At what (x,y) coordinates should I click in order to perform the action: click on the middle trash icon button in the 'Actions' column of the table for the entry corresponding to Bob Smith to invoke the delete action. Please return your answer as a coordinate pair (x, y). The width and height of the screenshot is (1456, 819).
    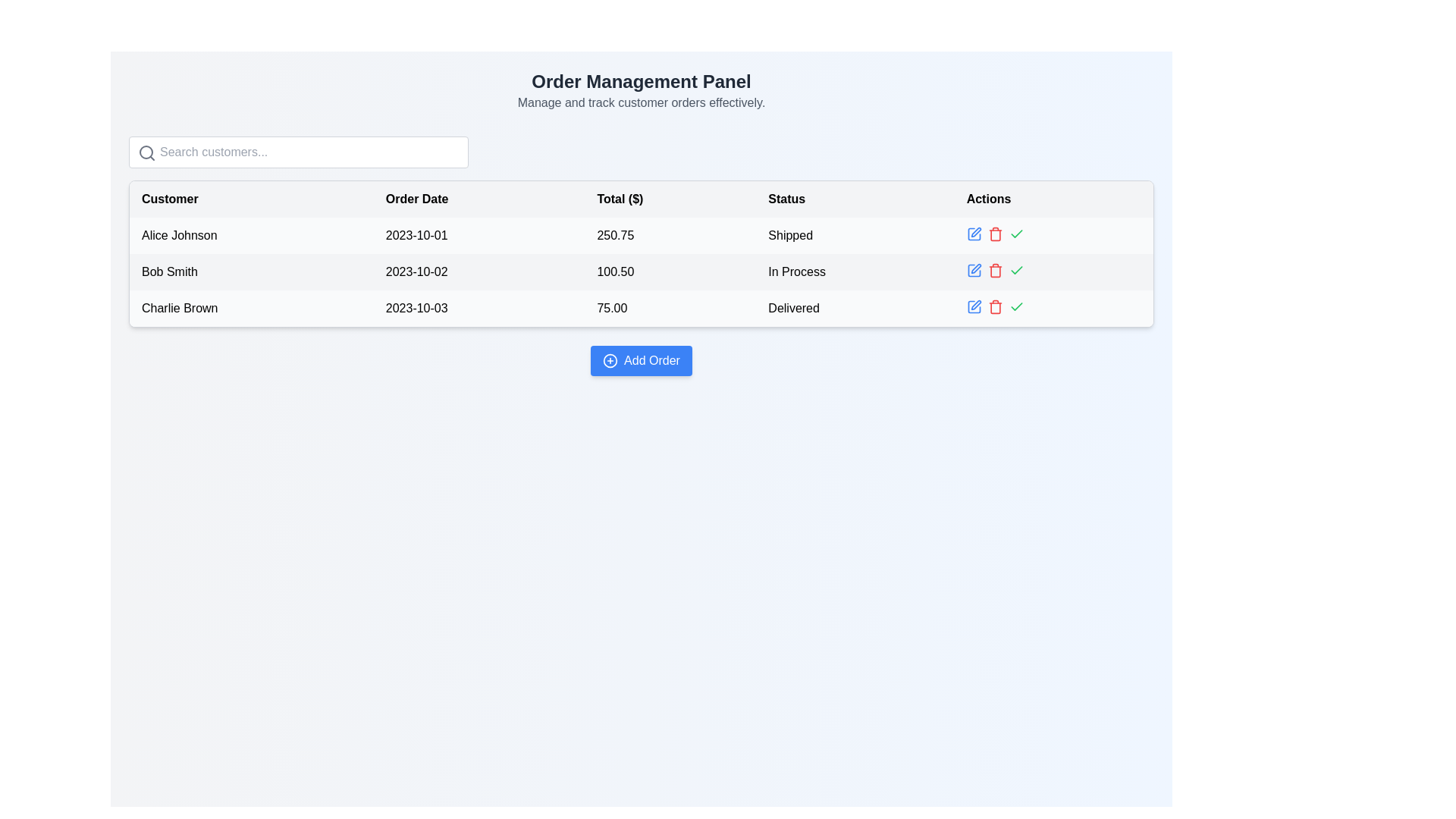
    Looking at the image, I should click on (995, 271).